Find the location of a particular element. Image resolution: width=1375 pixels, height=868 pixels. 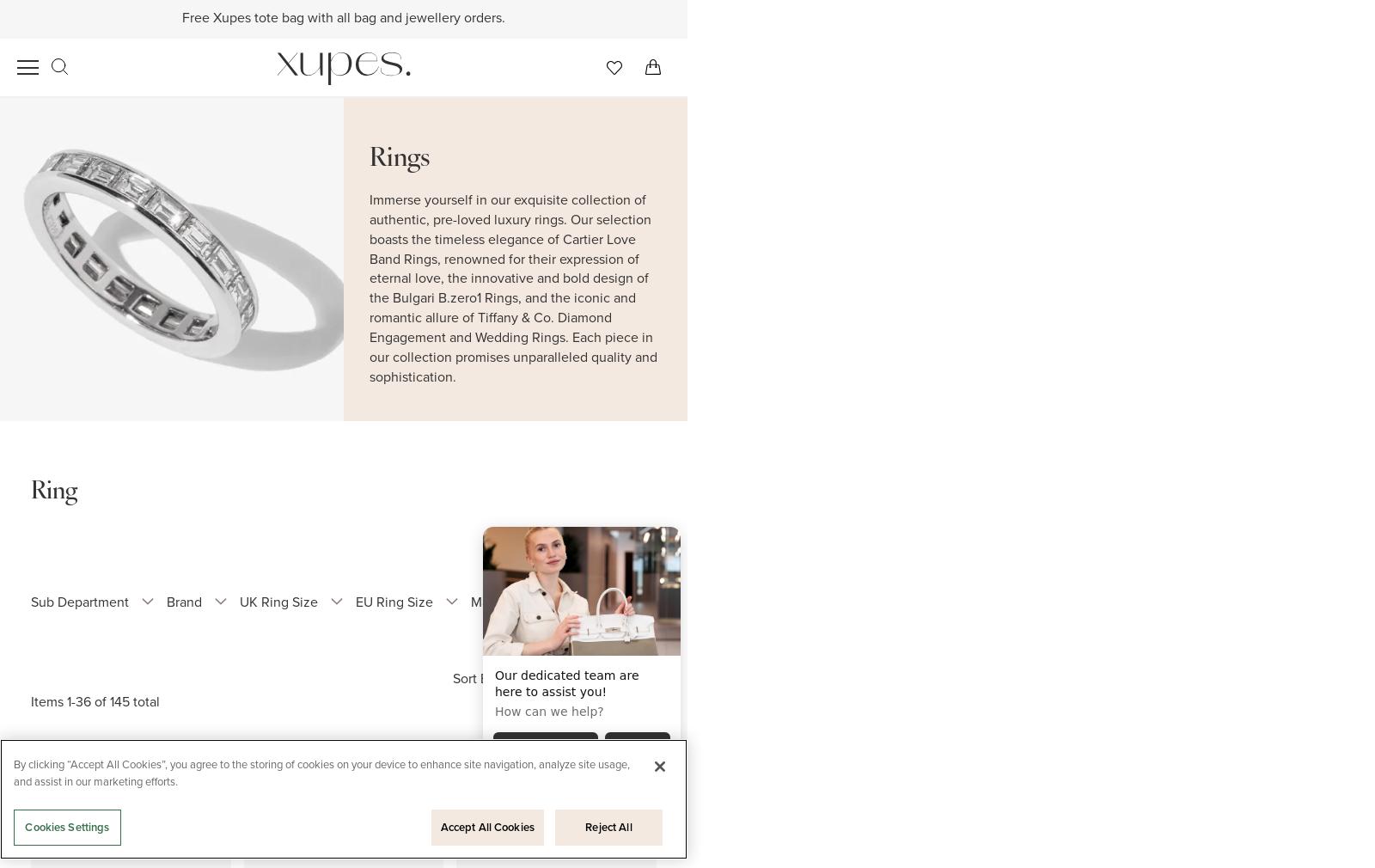

'Items' is located at coordinates (47, 701).